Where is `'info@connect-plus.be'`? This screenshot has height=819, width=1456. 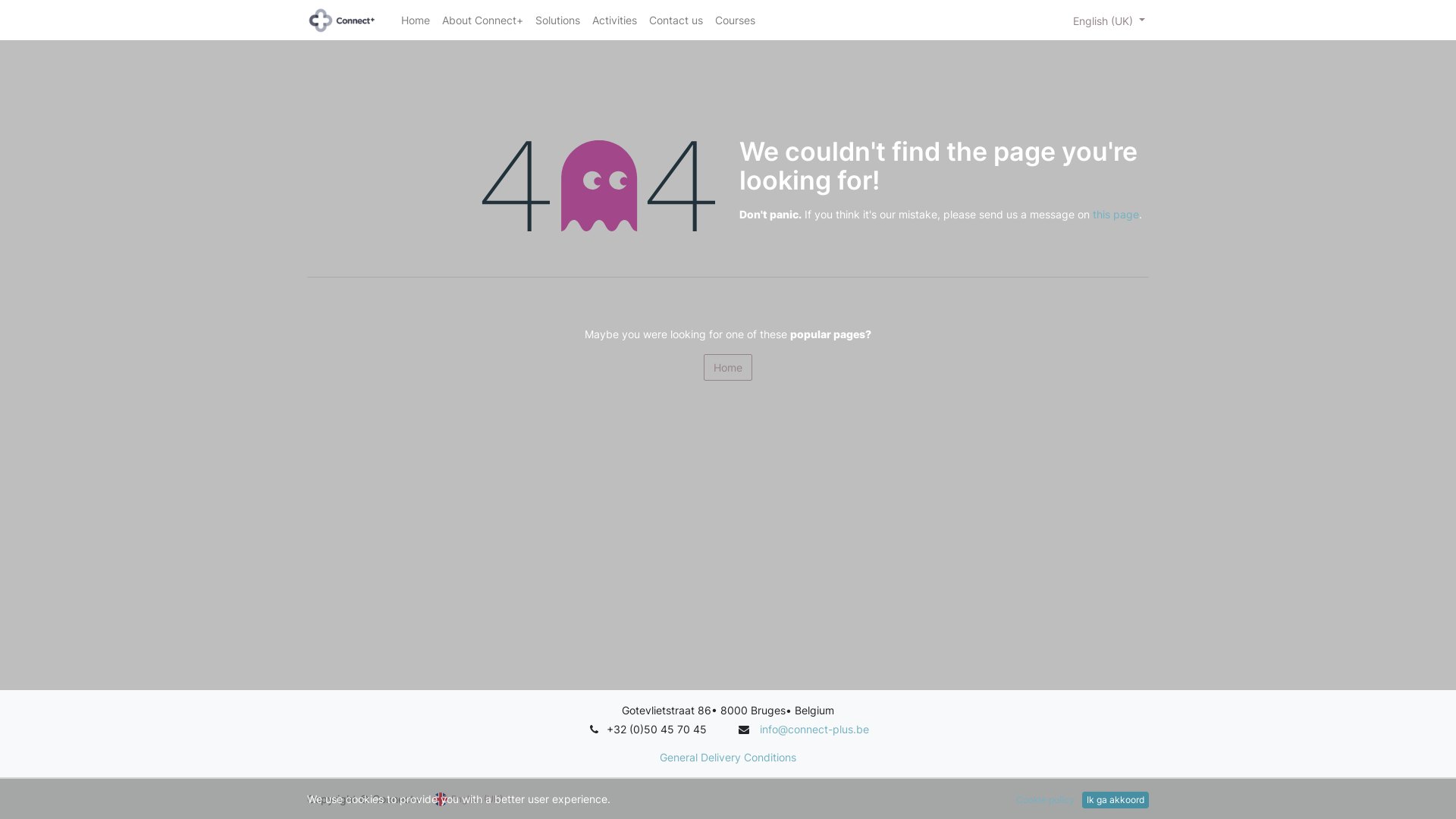 'info@connect-plus.be' is located at coordinates (814, 728).